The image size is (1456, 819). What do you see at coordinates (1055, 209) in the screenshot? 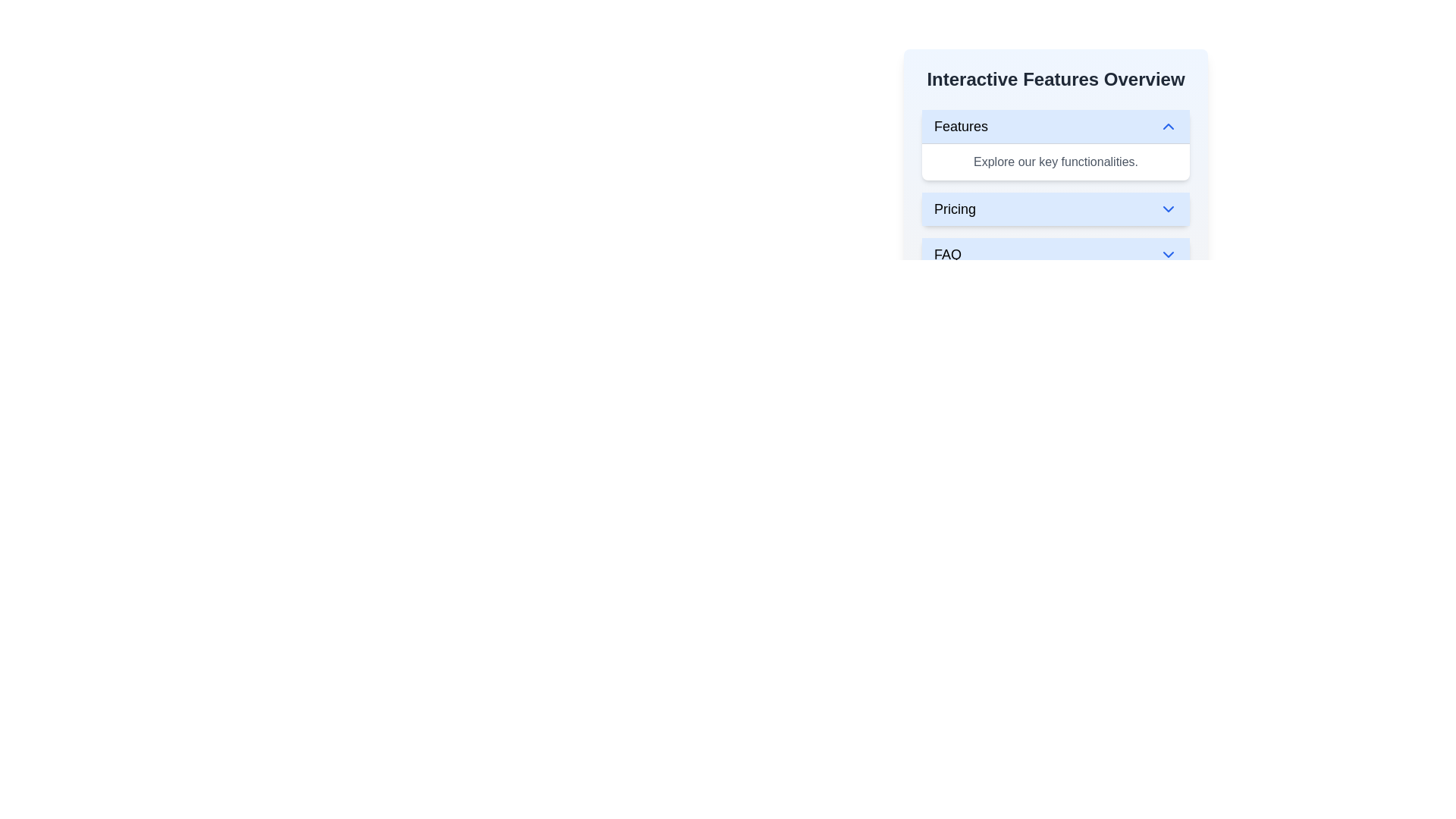
I see `the 'Pricing' button, which is the second item in the vertical stack of collapsible sections` at bounding box center [1055, 209].